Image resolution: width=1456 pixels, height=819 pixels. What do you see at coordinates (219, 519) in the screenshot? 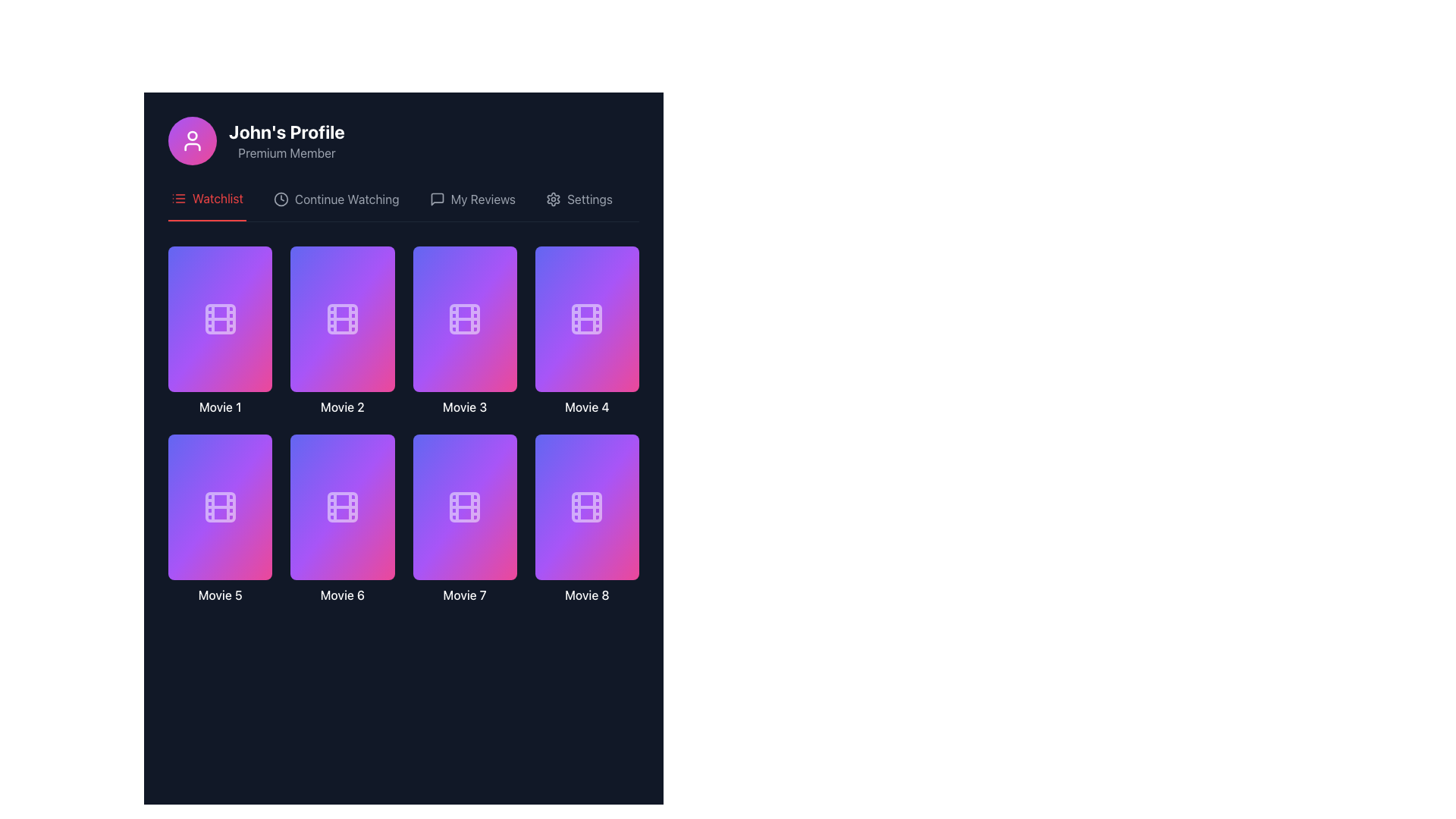
I see `the Clickable content tile labeled 'Movie 5', which is a rectangular tile with a gradient background from purple to pink and a white film icon at its center` at bounding box center [219, 519].